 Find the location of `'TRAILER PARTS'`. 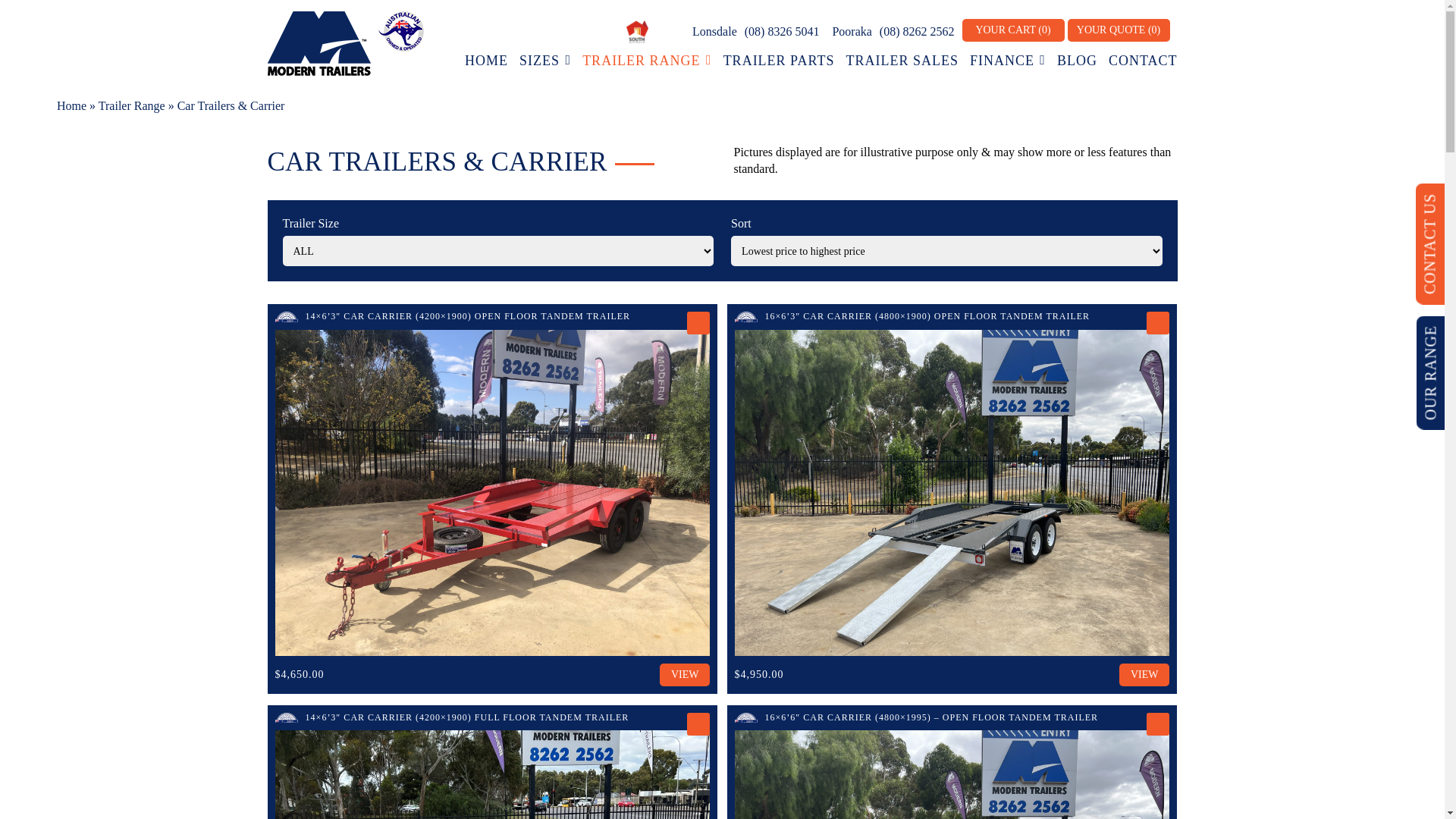

'TRAILER PARTS' is located at coordinates (779, 60).